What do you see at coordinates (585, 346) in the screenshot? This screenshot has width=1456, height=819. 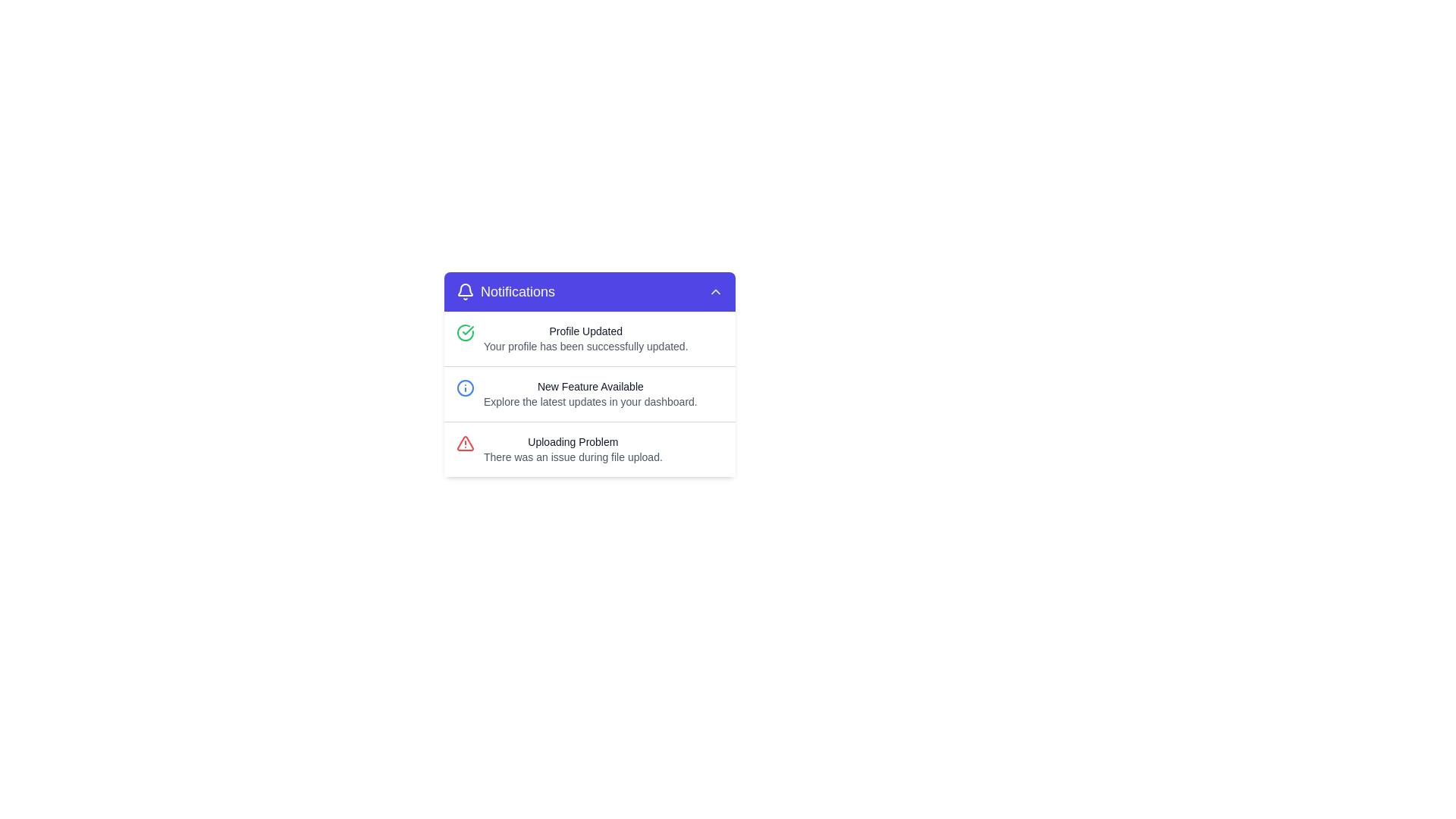 I see `the text label that indicates the user's profile update was successful, located directly under the 'Profile Updated' text in the notification message box` at bounding box center [585, 346].